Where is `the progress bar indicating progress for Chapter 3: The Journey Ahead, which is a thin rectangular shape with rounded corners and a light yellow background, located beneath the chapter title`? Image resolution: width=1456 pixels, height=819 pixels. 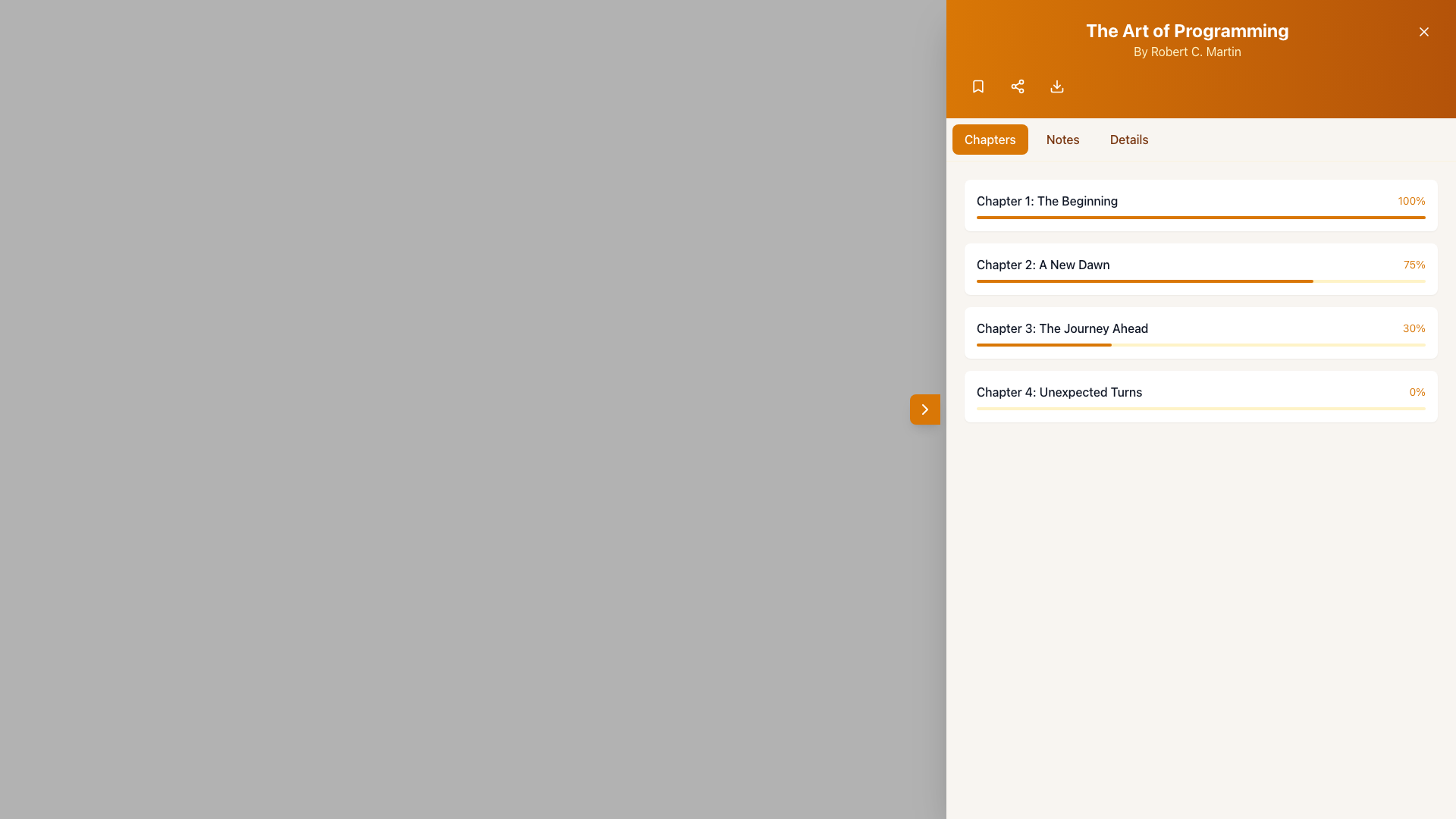
the progress bar indicating progress for Chapter 3: The Journey Ahead, which is a thin rectangular shape with rounded corners and a light yellow background, located beneath the chapter title is located at coordinates (1200, 345).